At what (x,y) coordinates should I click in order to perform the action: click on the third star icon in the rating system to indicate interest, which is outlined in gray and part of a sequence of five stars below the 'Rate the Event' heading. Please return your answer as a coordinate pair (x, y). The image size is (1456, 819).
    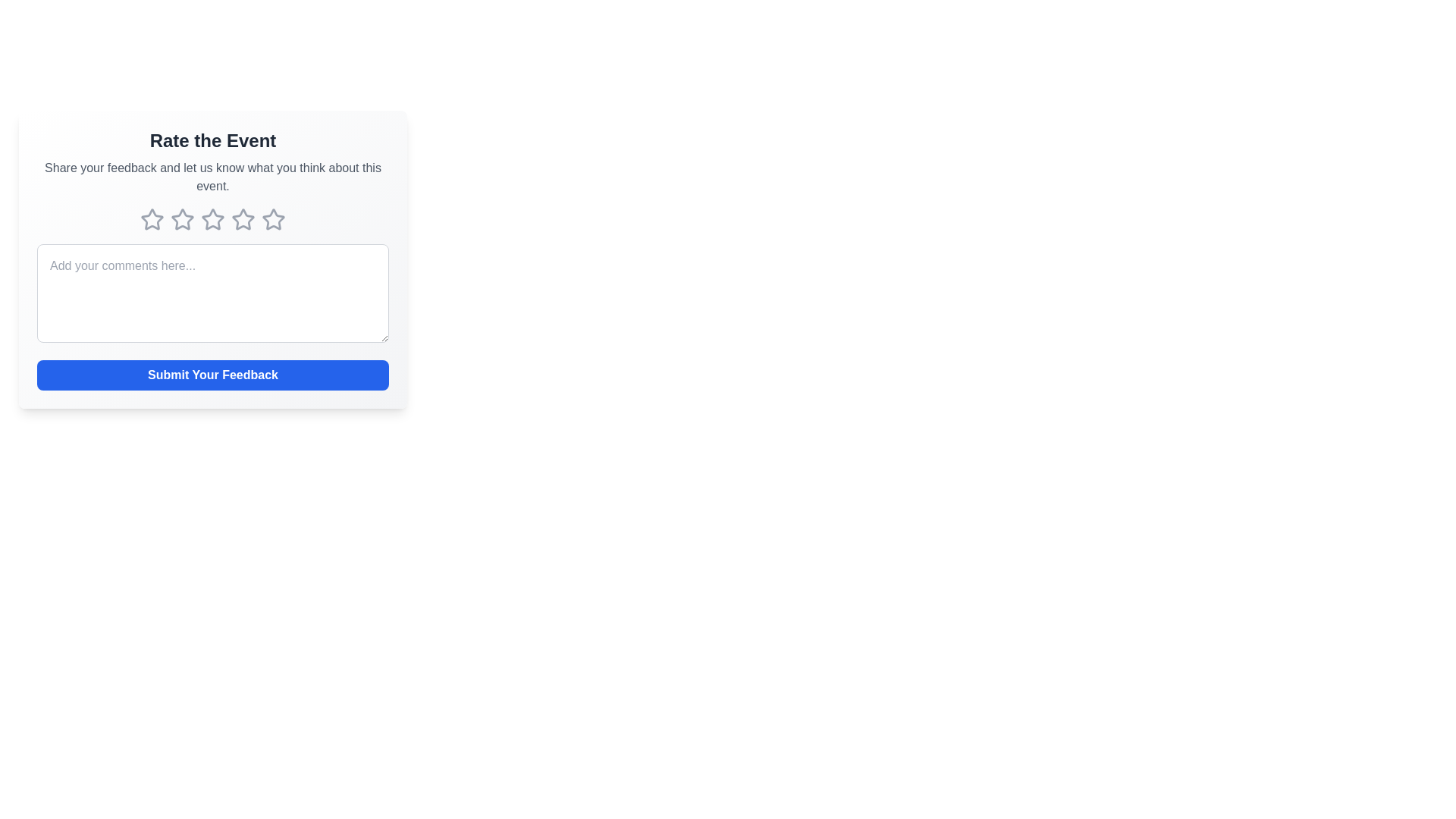
    Looking at the image, I should click on (212, 219).